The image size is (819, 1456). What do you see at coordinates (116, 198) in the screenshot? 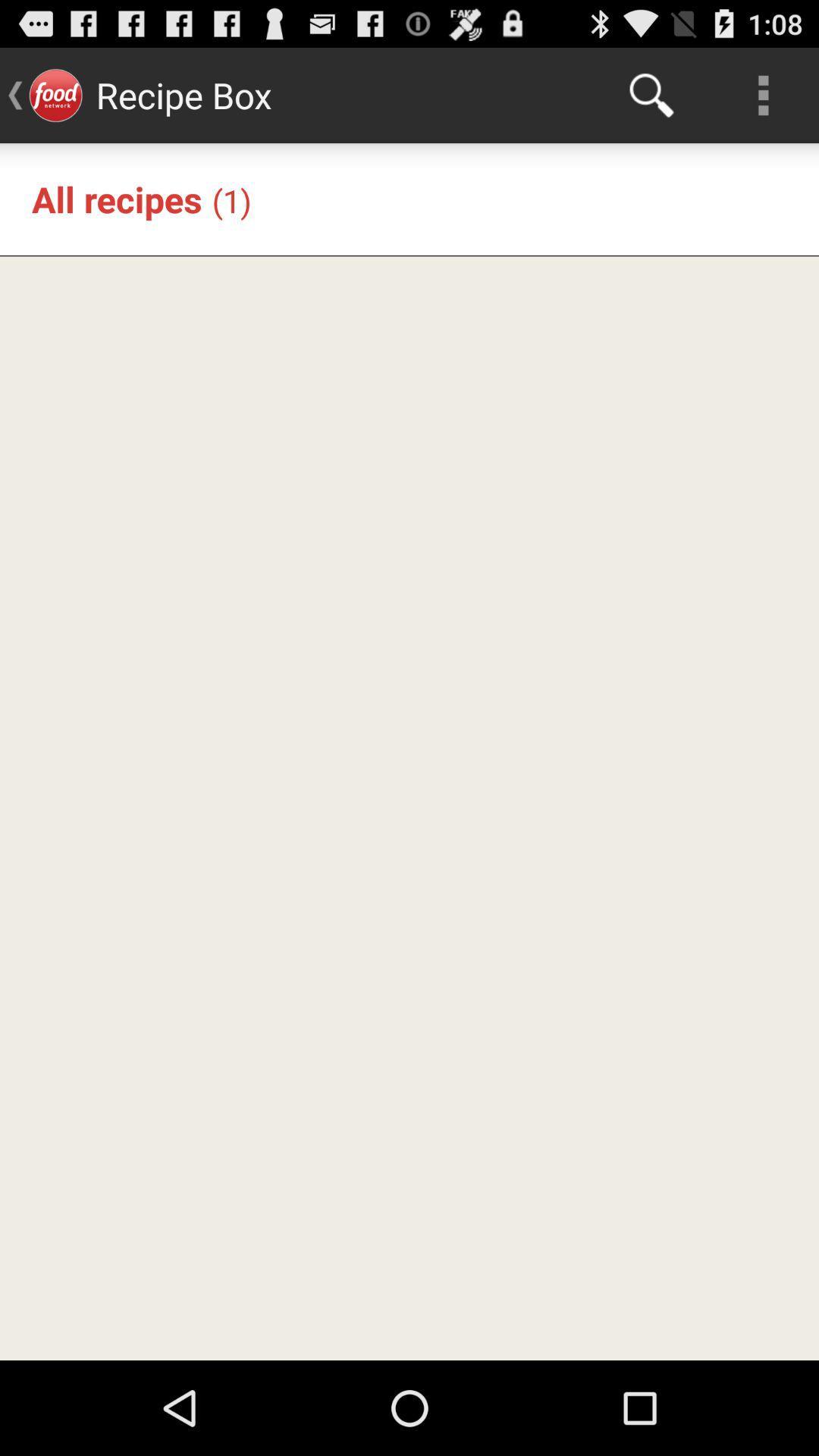
I see `app next to (1) item` at bounding box center [116, 198].